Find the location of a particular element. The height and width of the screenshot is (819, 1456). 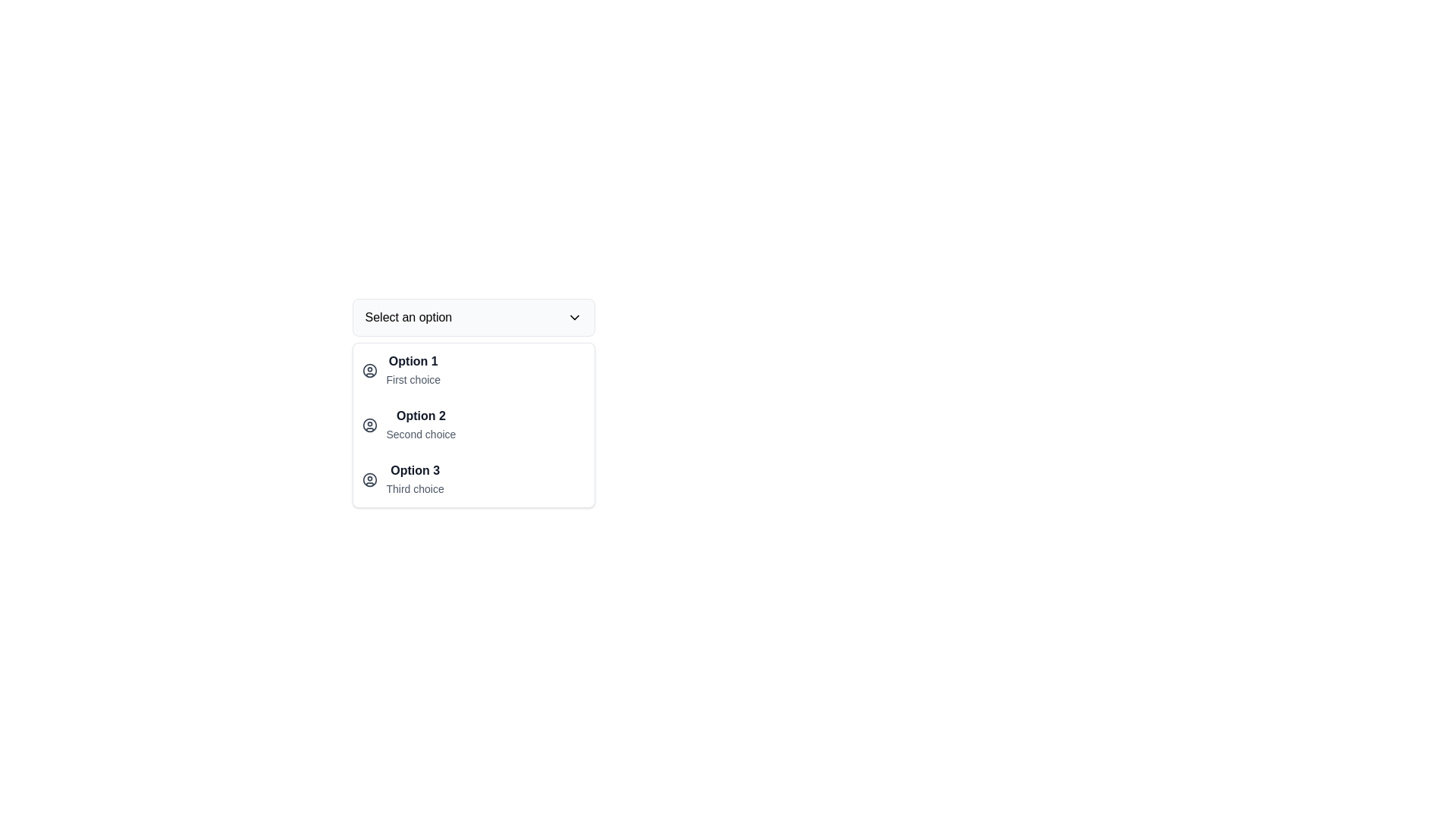

the user avatar icon located at the leftmost side of the 'Option 2' entry in the dropdown menu is located at coordinates (369, 425).